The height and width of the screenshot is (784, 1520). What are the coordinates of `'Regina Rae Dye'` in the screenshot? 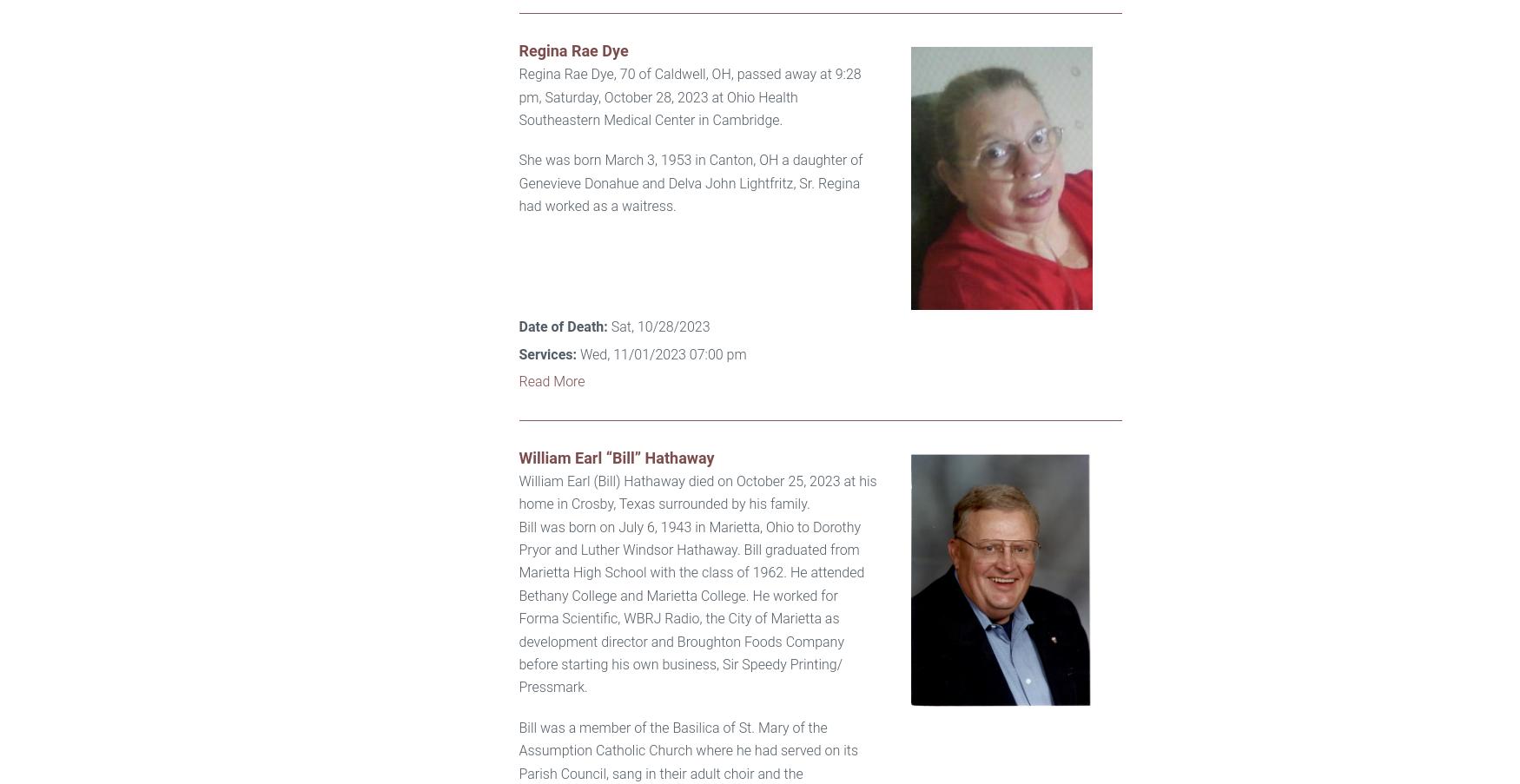 It's located at (518, 49).